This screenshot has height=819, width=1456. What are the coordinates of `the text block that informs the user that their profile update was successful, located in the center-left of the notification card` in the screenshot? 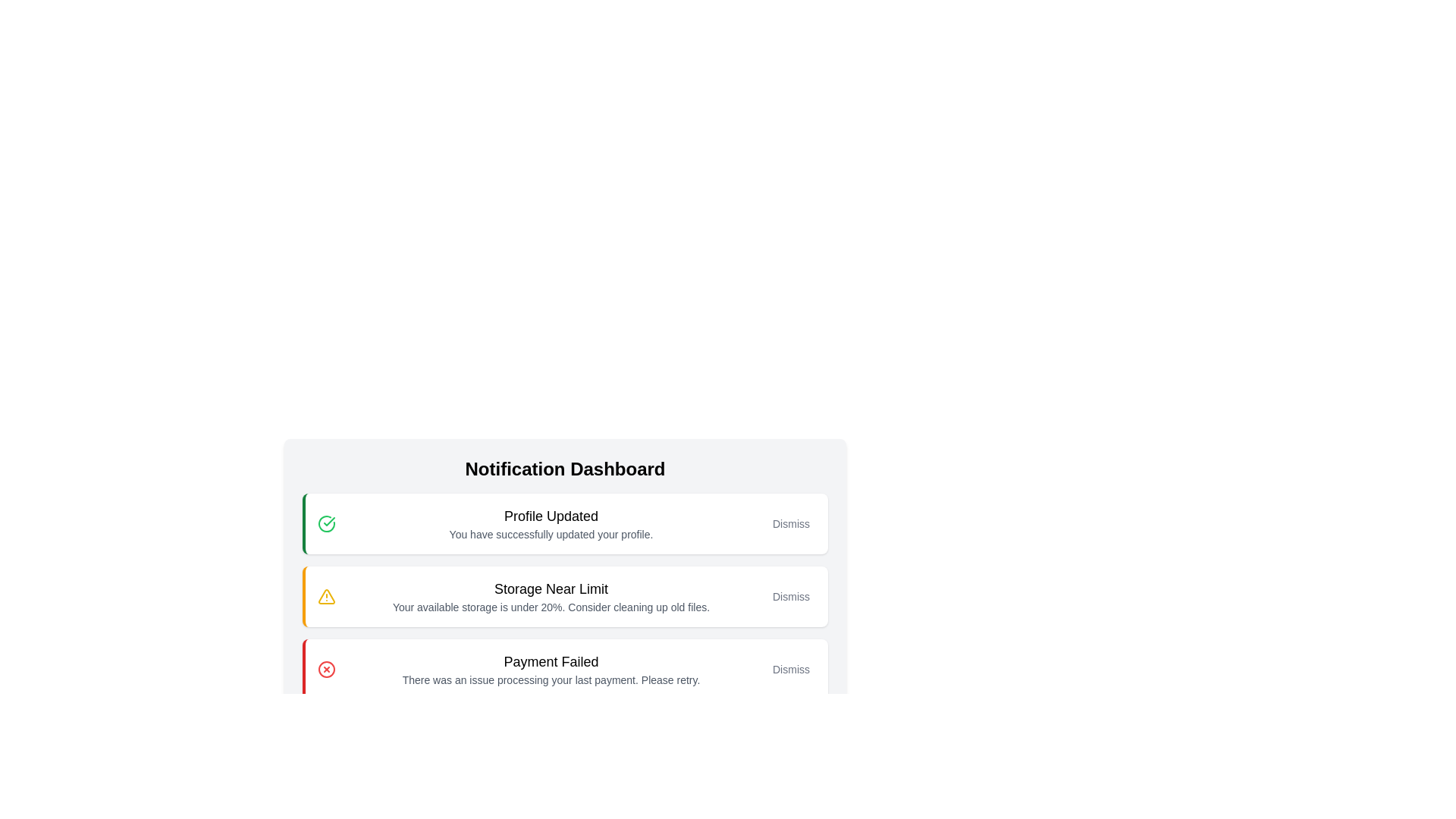 It's located at (550, 522).